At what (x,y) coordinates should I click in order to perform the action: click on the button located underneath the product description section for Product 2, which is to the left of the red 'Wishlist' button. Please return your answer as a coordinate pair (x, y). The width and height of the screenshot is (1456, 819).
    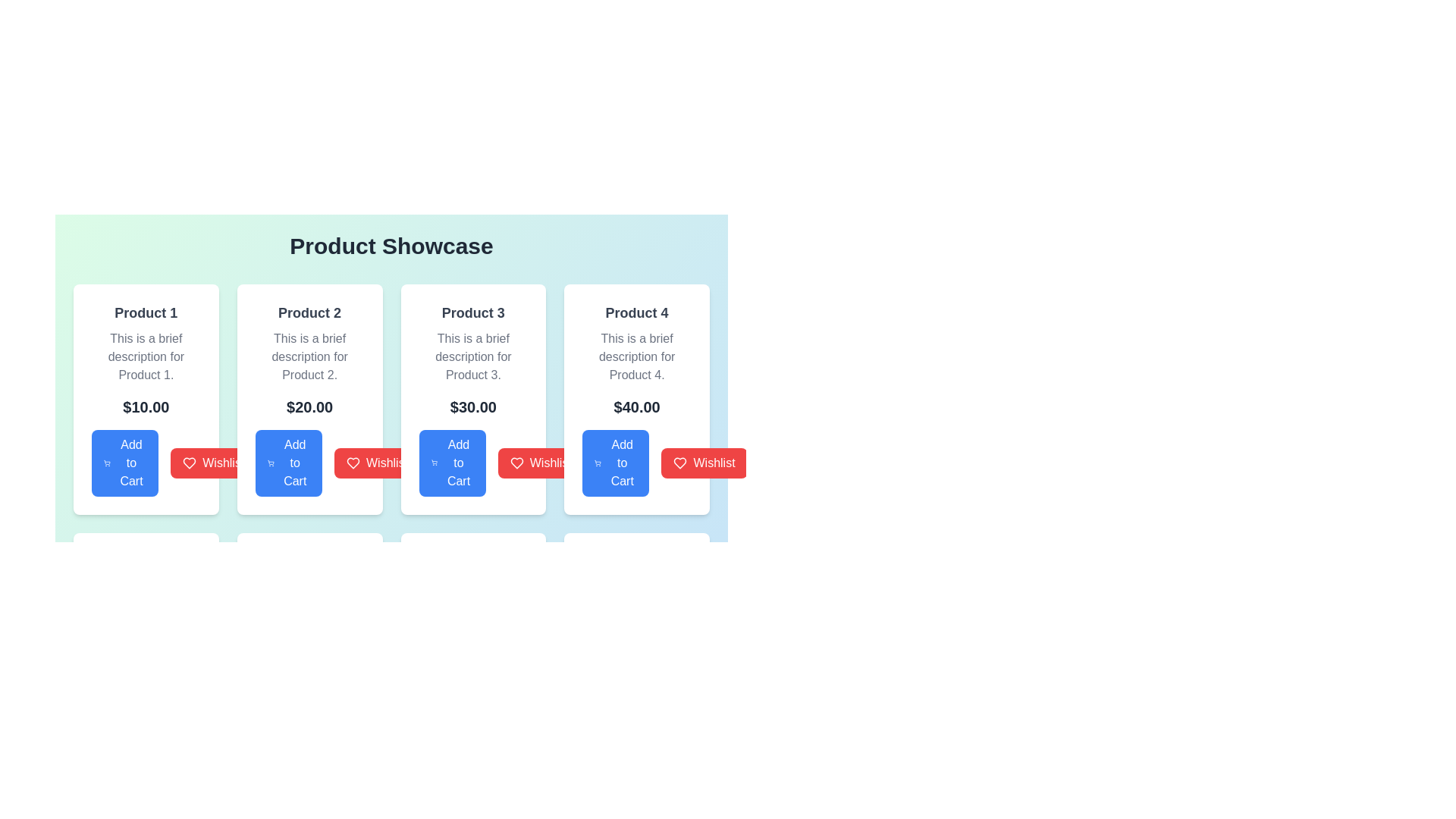
    Looking at the image, I should click on (288, 462).